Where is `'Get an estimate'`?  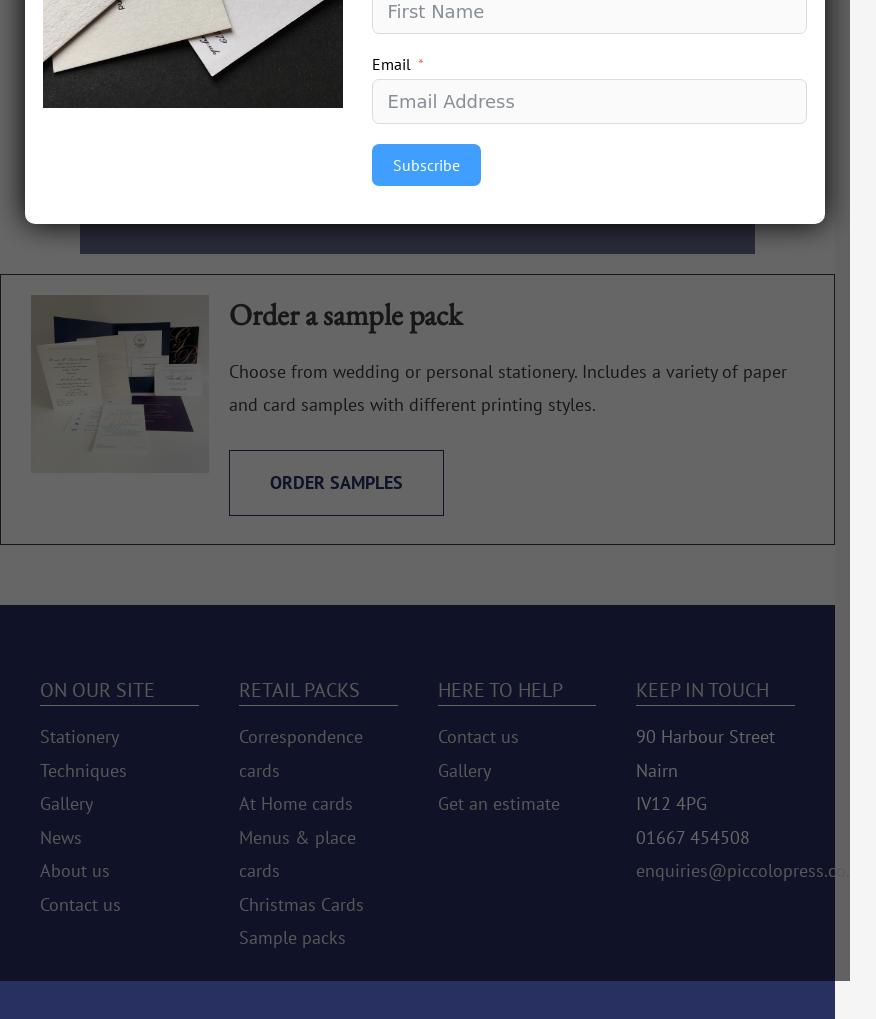 'Get an estimate' is located at coordinates (498, 803).